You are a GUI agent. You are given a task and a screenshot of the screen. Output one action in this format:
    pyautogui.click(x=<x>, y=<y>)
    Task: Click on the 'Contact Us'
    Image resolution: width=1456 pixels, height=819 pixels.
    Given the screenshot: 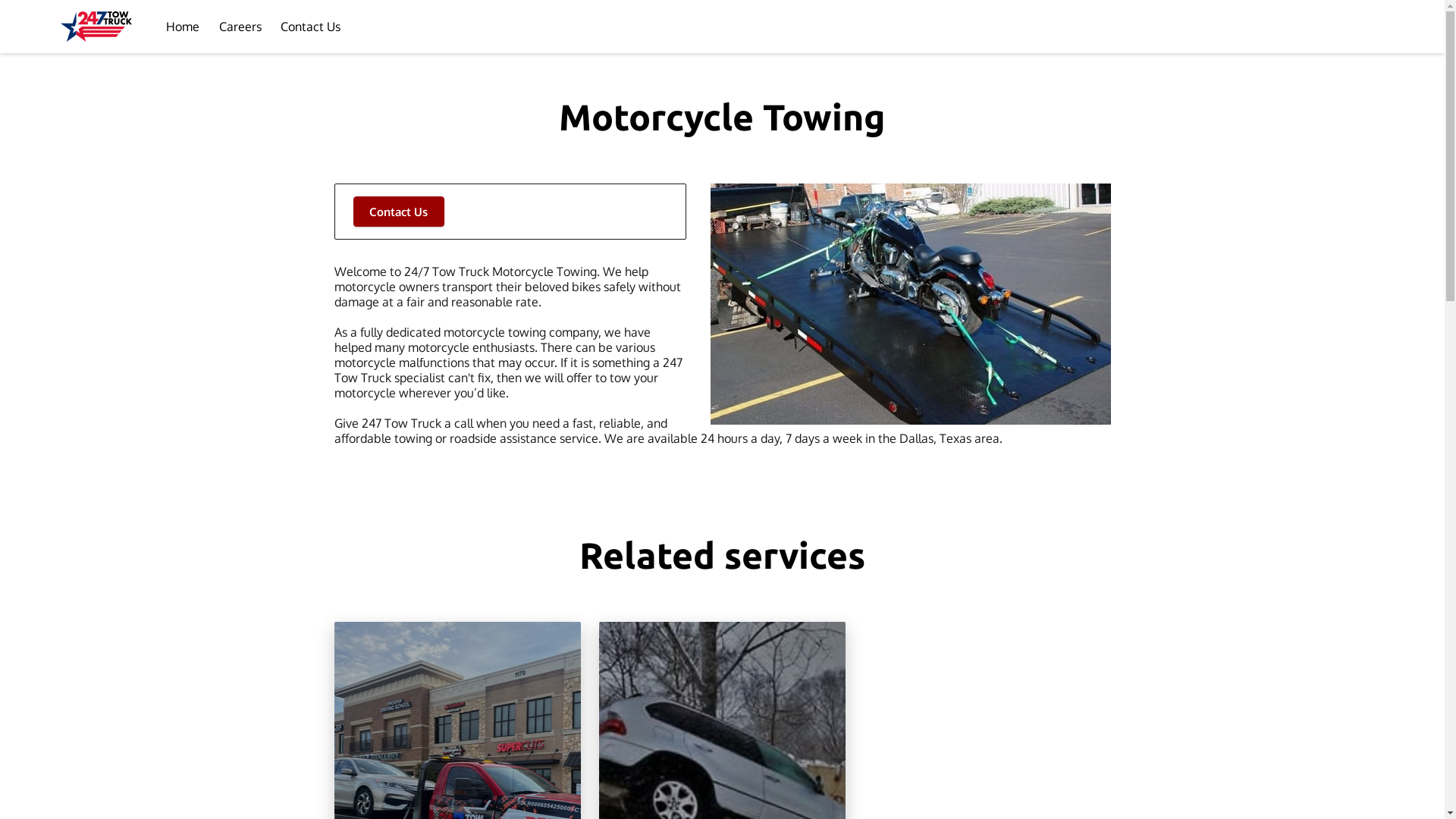 What is the action you would take?
    pyautogui.click(x=399, y=211)
    